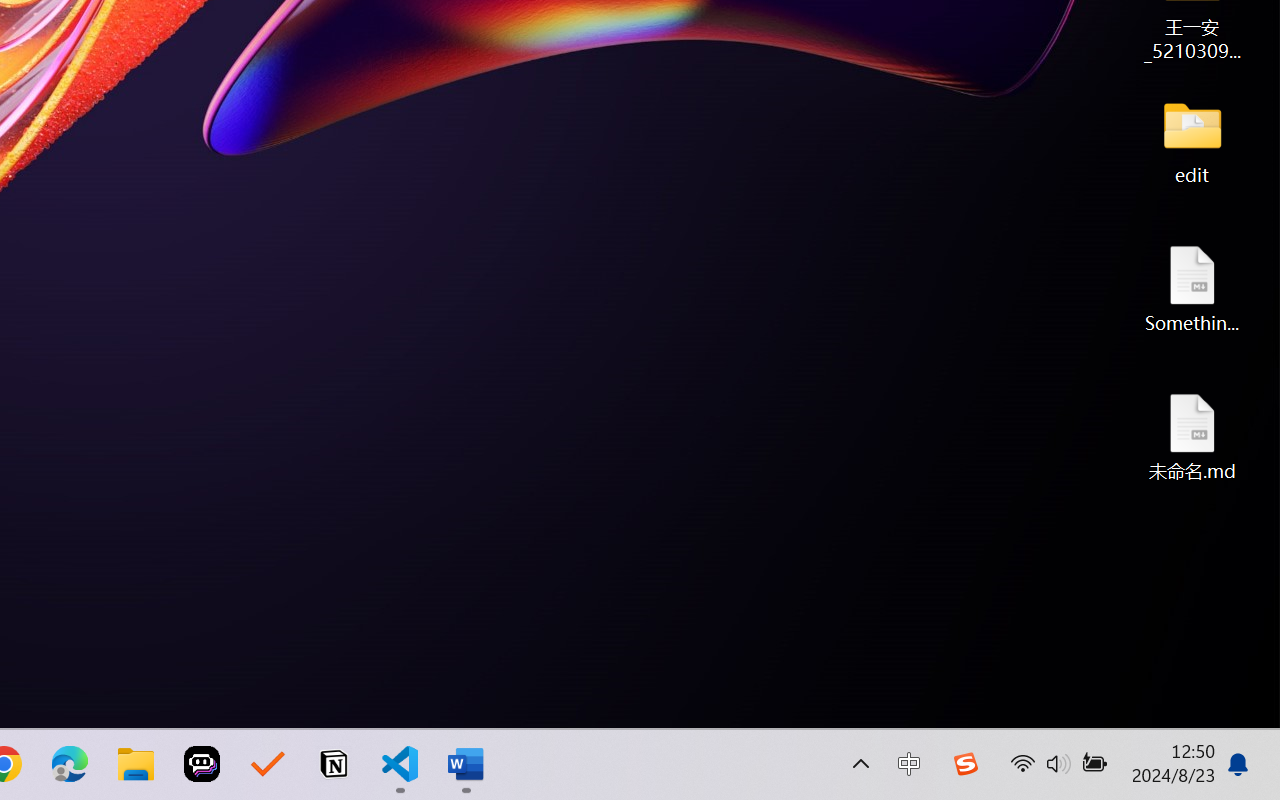 The height and width of the screenshot is (800, 1280). Describe the element at coordinates (1192, 140) in the screenshot. I see `'edit'` at that location.